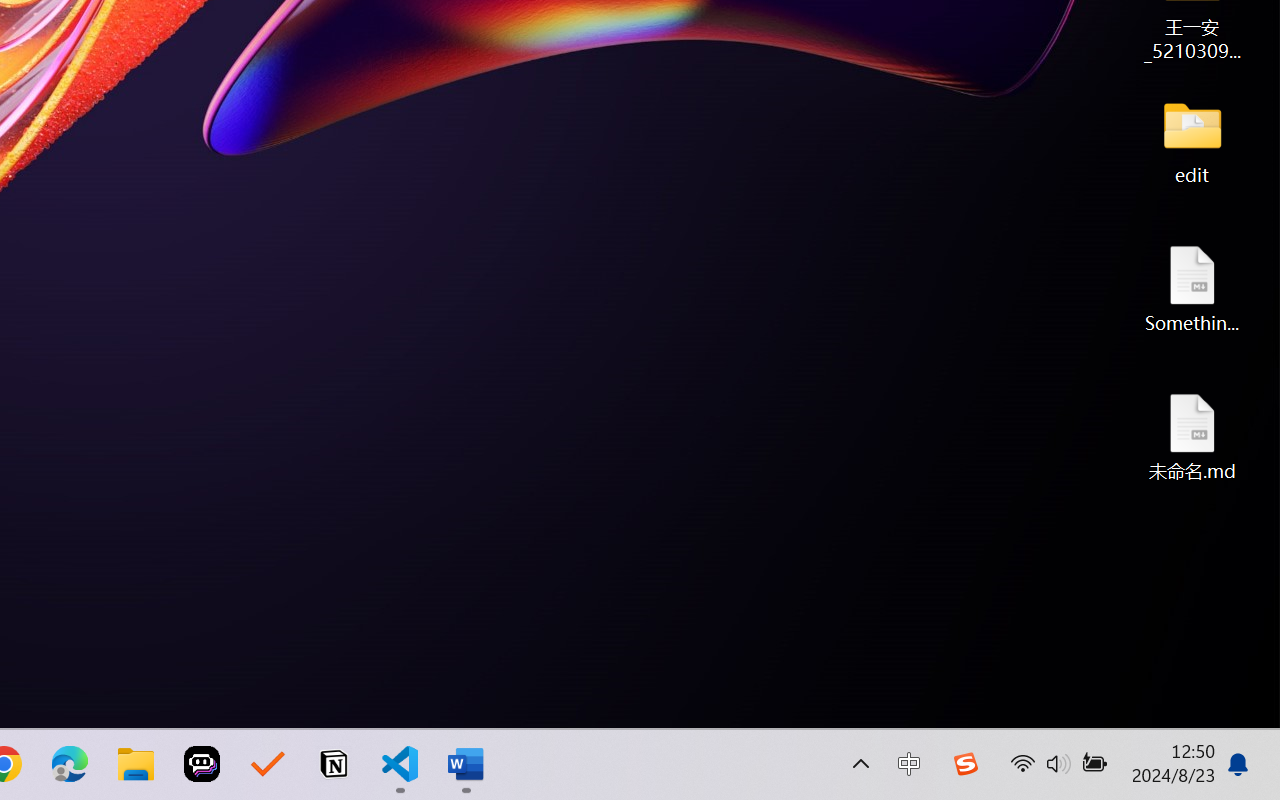 The height and width of the screenshot is (800, 1280). Describe the element at coordinates (1192, 140) in the screenshot. I see `'edit'` at that location.